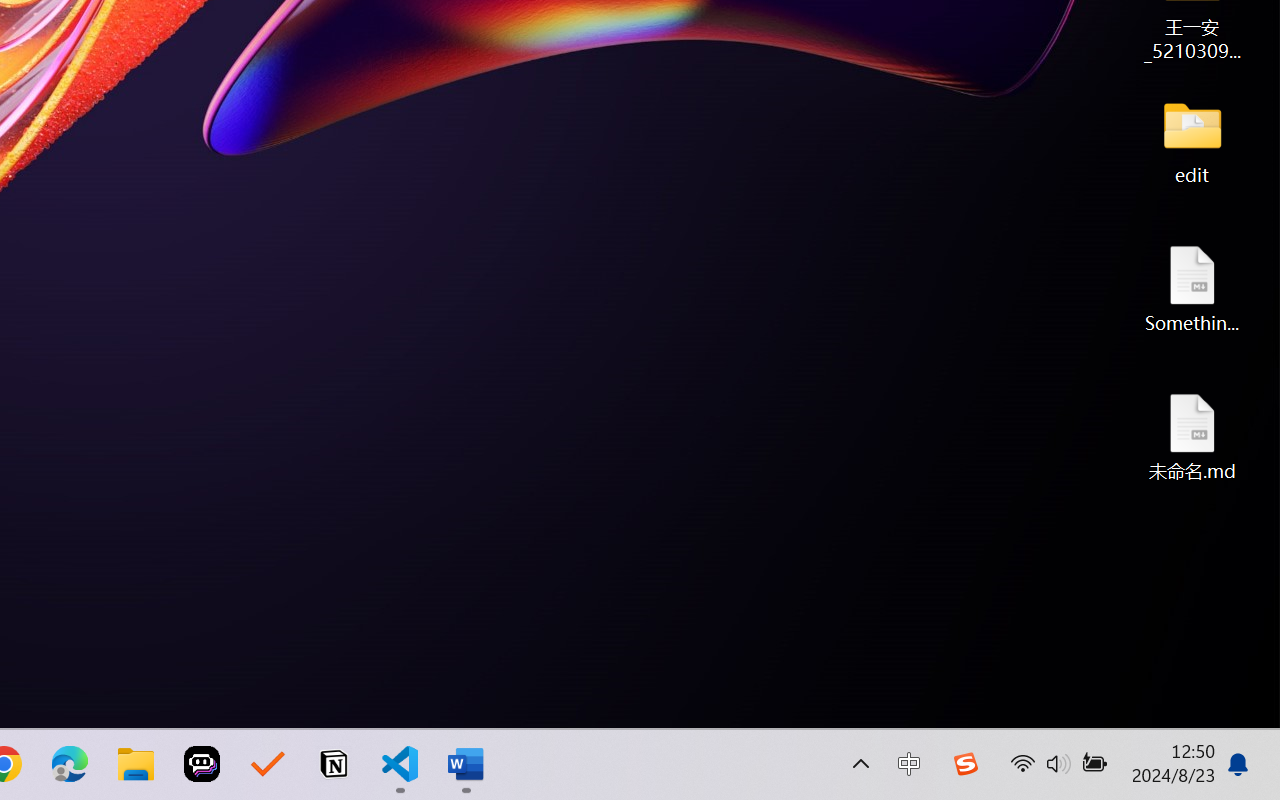 The height and width of the screenshot is (800, 1280). Describe the element at coordinates (1192, 140) in the screenshot. I see `'edit'` at that location.